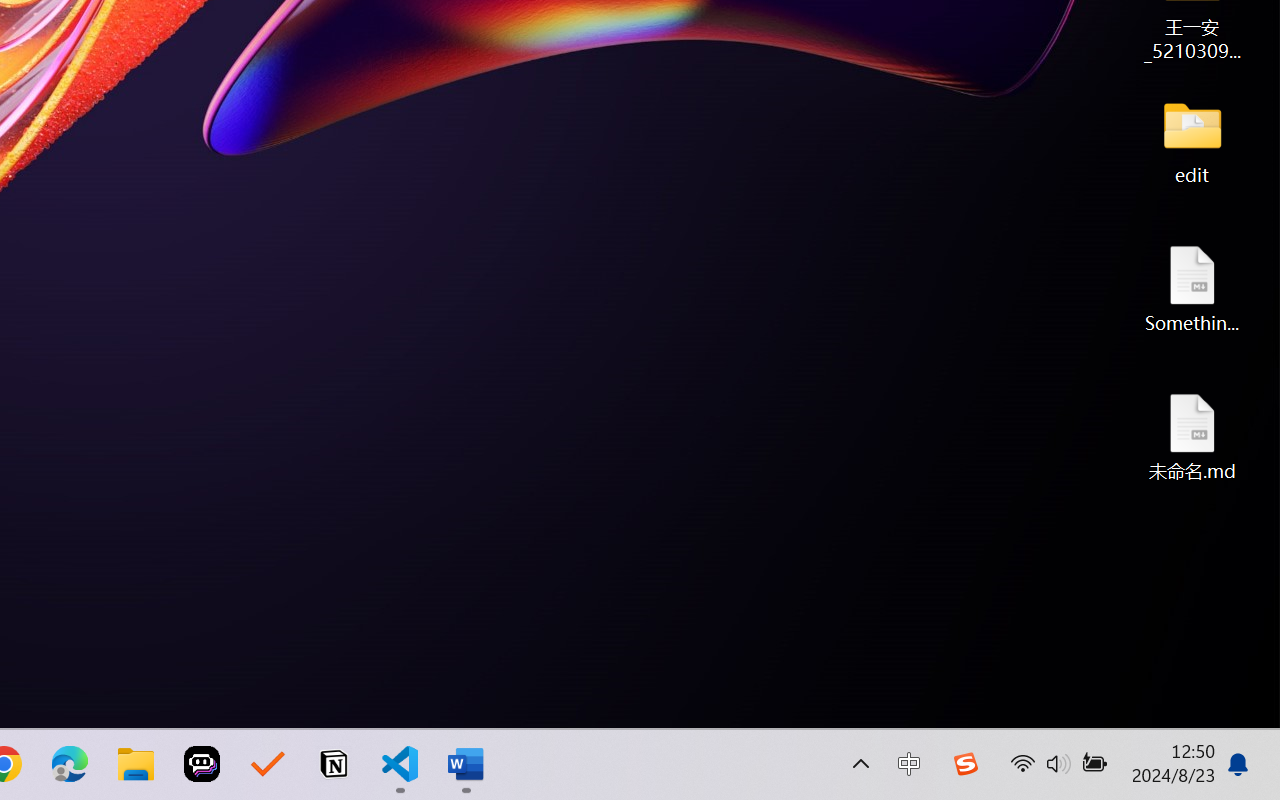 The height and width of the screenshot is (800, 1280). Describe the element at coordinates (1192, 140) in the screenshot. I see `'edit'` at that location.